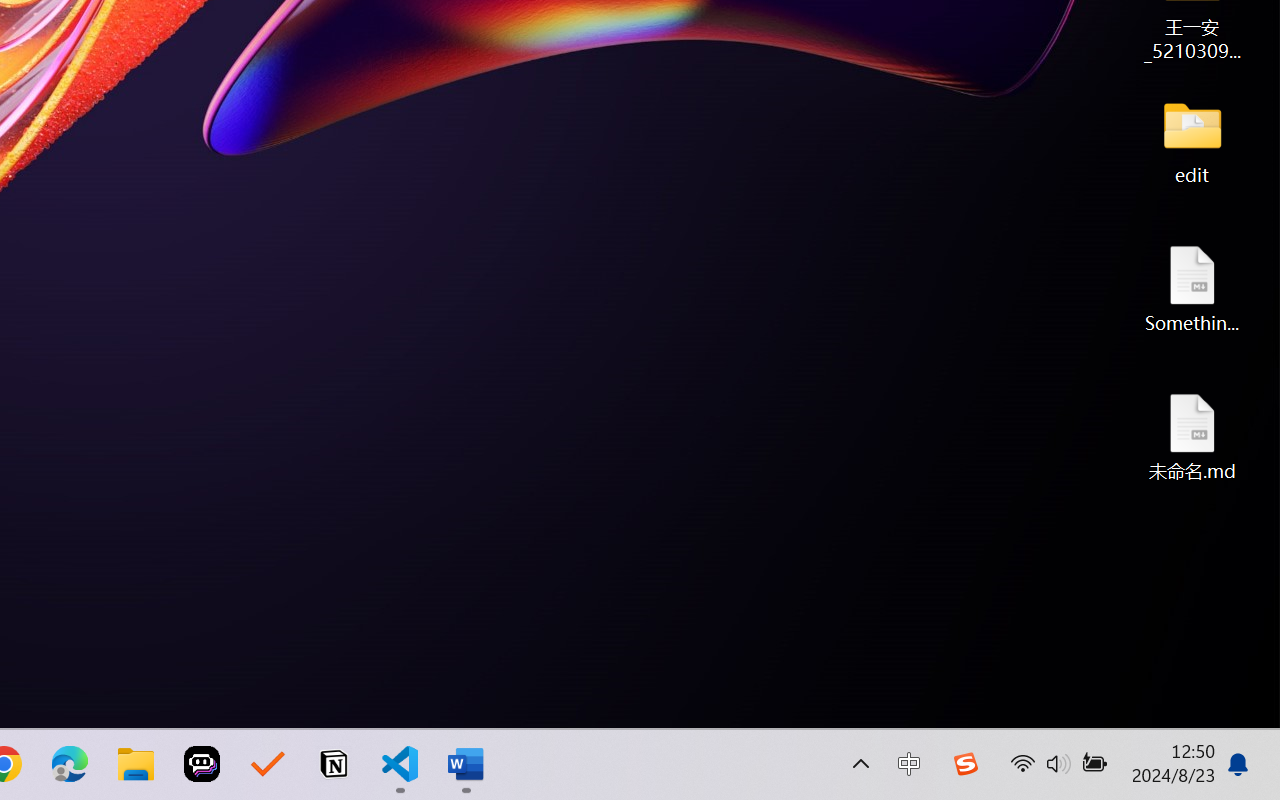 The height and width of the screenshot is (800, 1280). Describe the element at coordinates (1192, 140) in the screenshot. I see `'edit'` at that location.